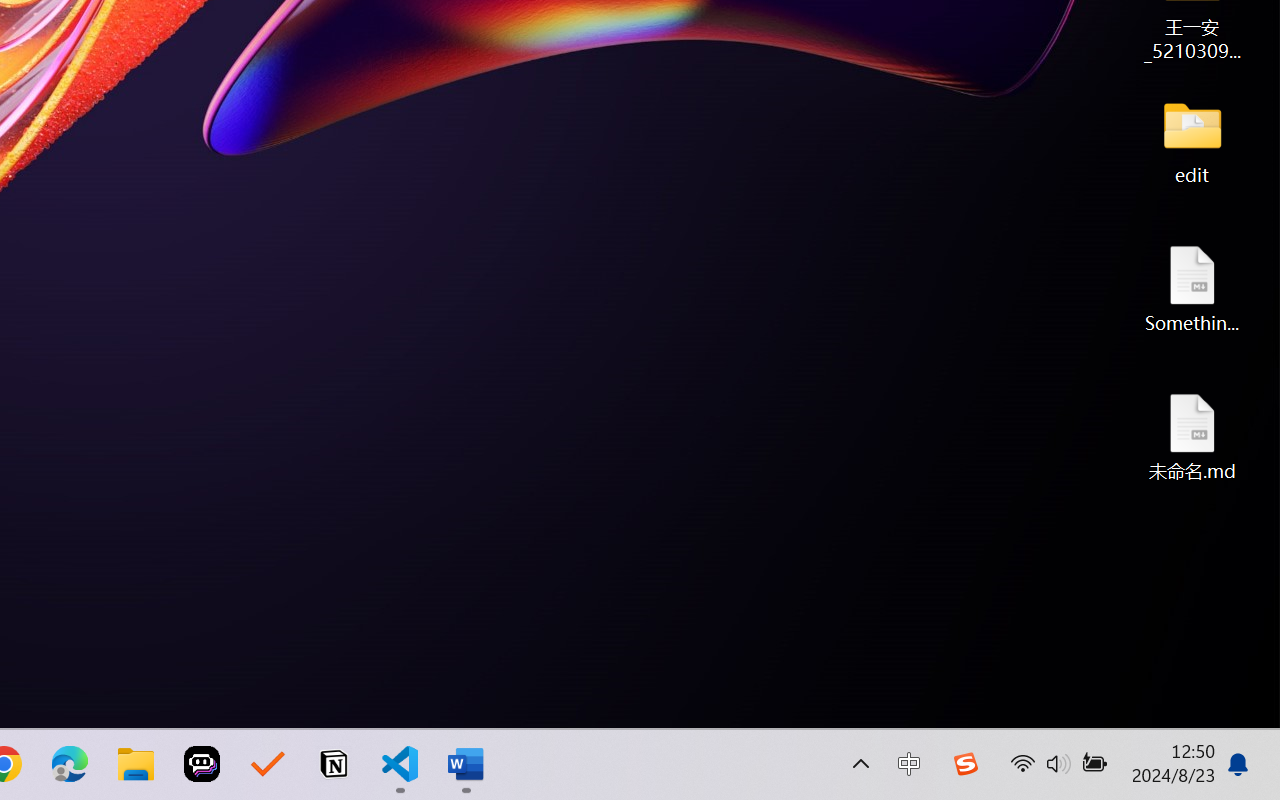 The height and width of the screenshot is (800, 1280). Describe the element at coordinates (1192, 140) in the screenshot. I see `'edit'` at that location.